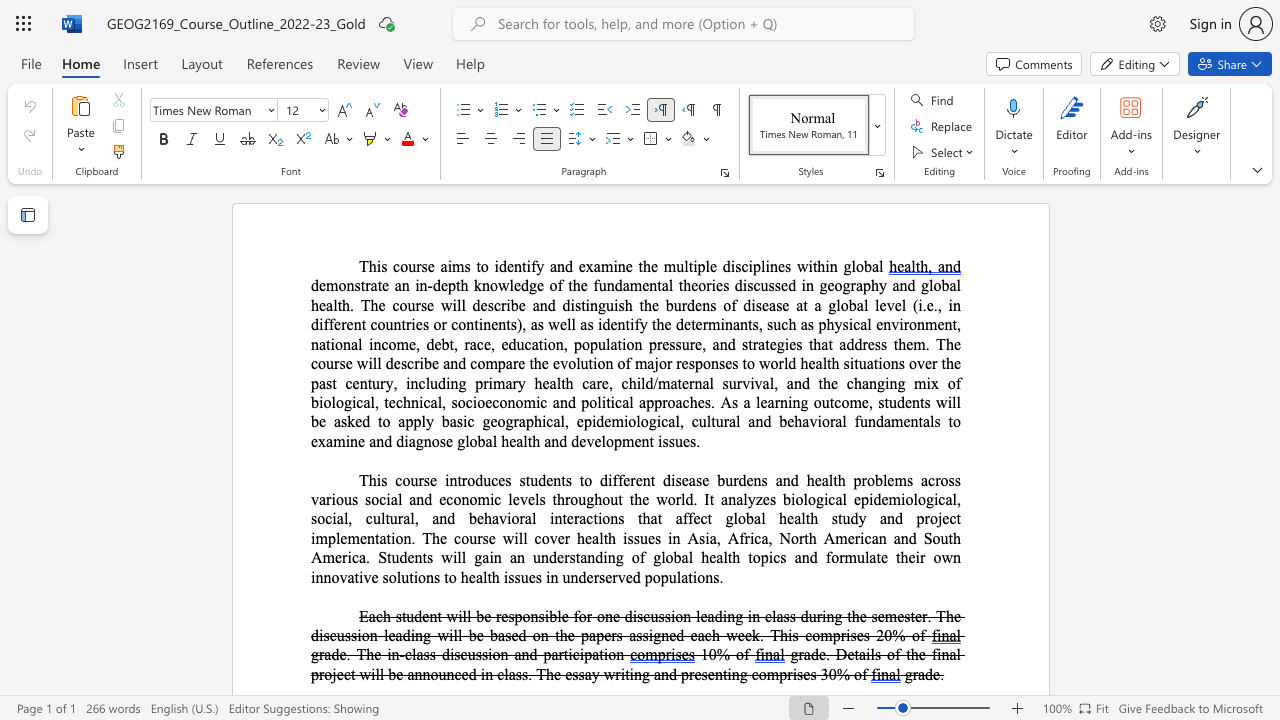 The width and height of the screenshot is (1280, 720). Describe the element at coordinates (444, 420) in the screenshot. I see `the 2th character "b" in the text` at that location.